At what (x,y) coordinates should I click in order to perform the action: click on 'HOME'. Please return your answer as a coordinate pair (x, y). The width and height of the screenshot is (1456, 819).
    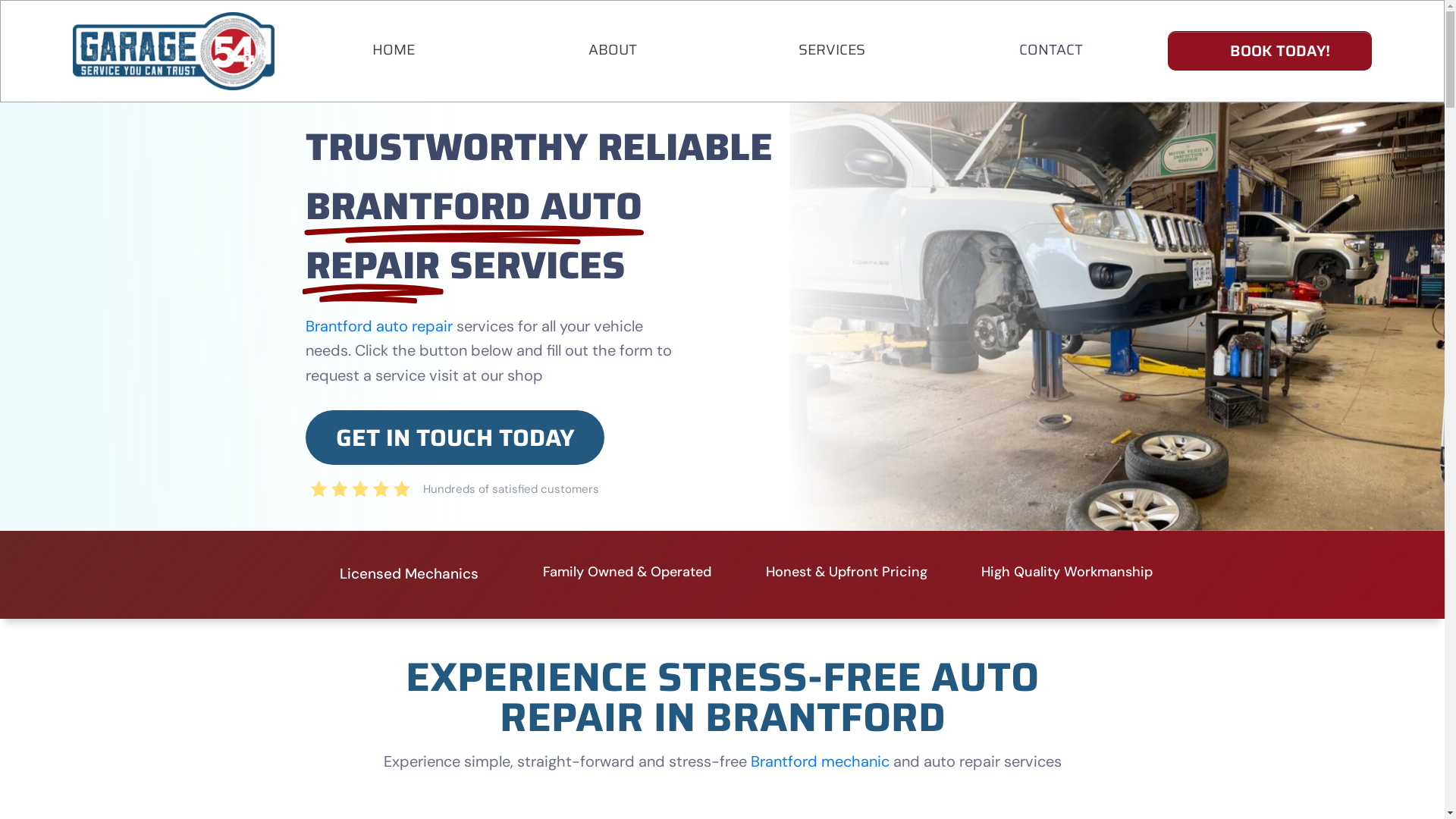
    Looking at the image, I should click on (372, 49).